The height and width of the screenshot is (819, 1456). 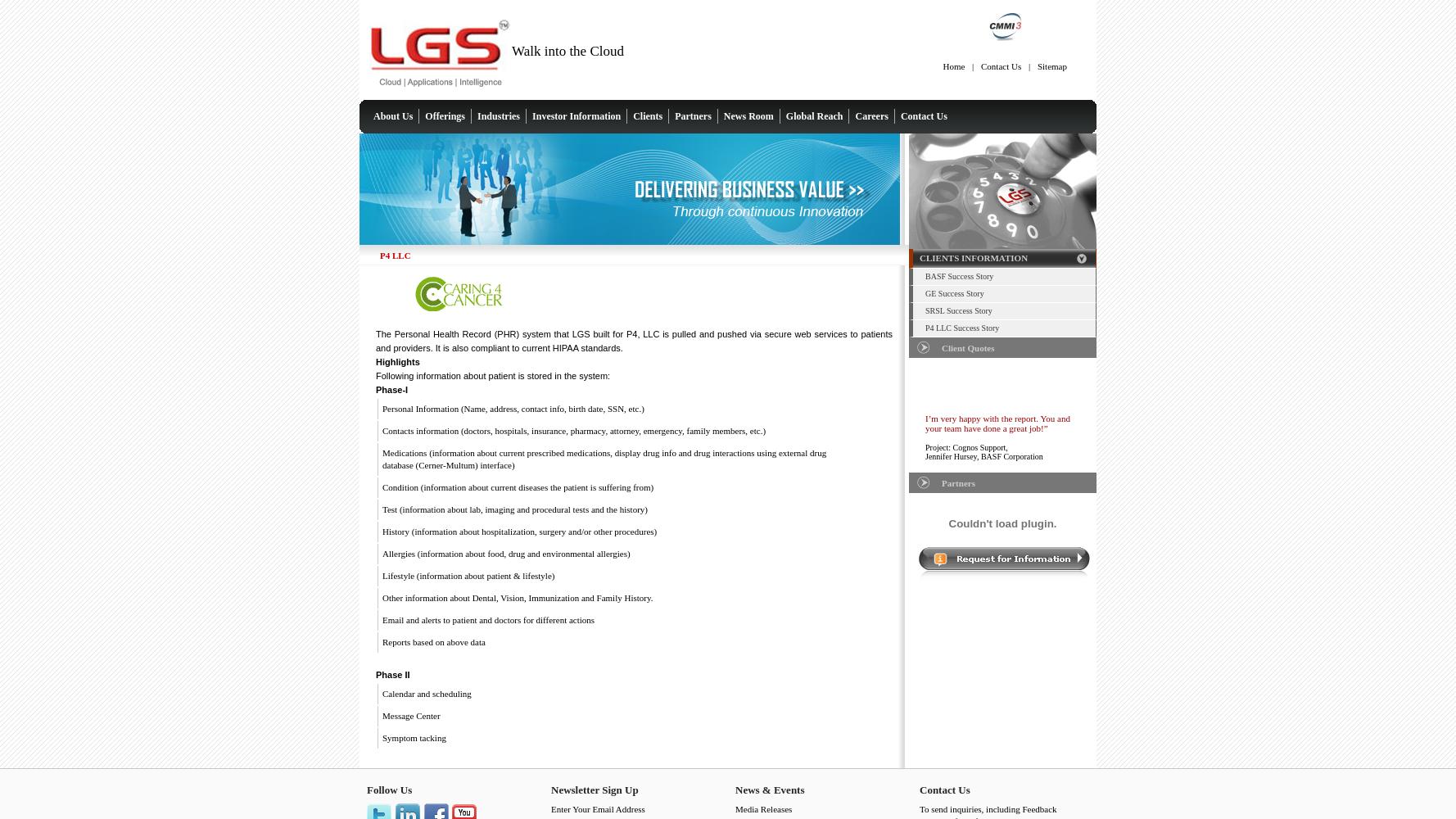 I want to click on 'GE Success Story', so click(x=954, y=292).